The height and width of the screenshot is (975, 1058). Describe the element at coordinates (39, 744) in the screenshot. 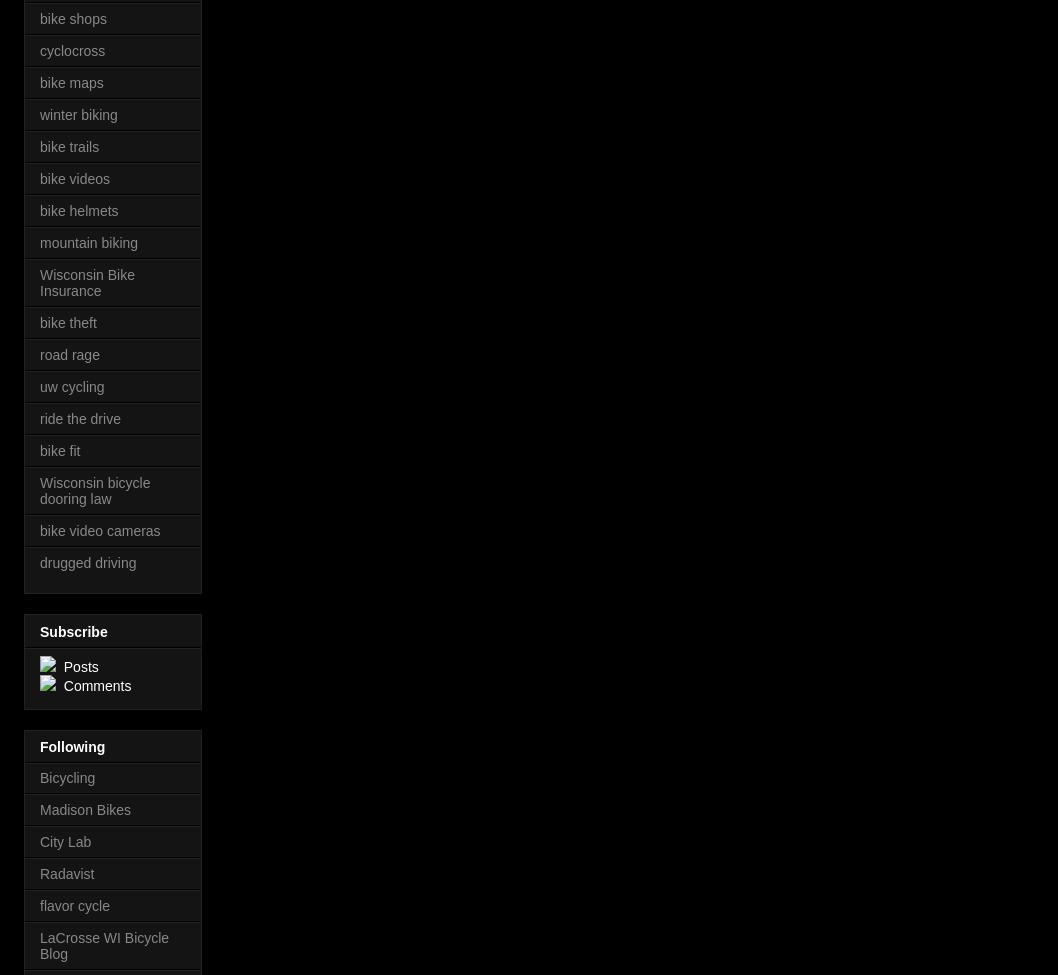

I see `'Following'` at that location.